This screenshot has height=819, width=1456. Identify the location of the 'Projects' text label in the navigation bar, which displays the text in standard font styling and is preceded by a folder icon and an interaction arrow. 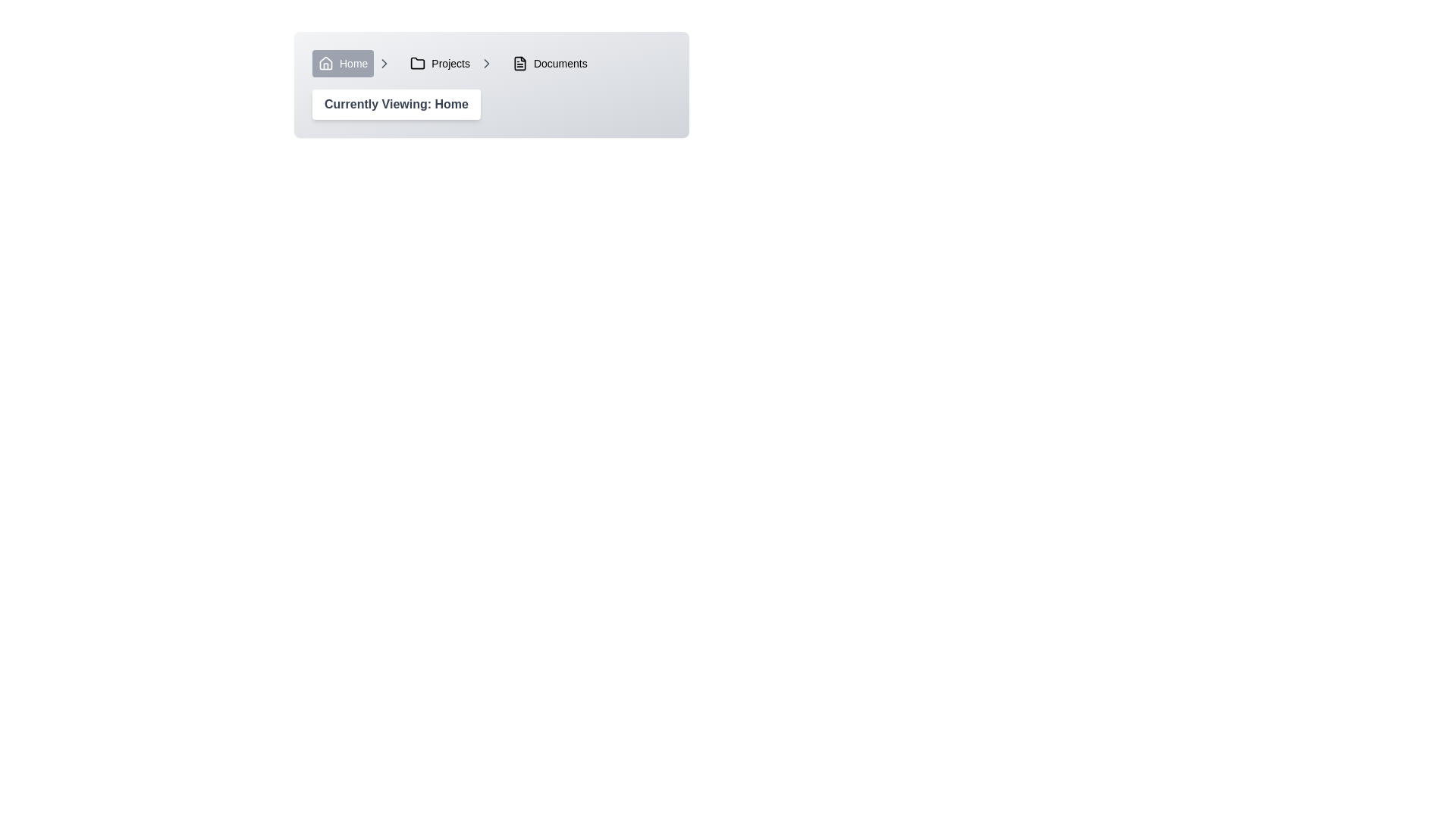
(450, 63).